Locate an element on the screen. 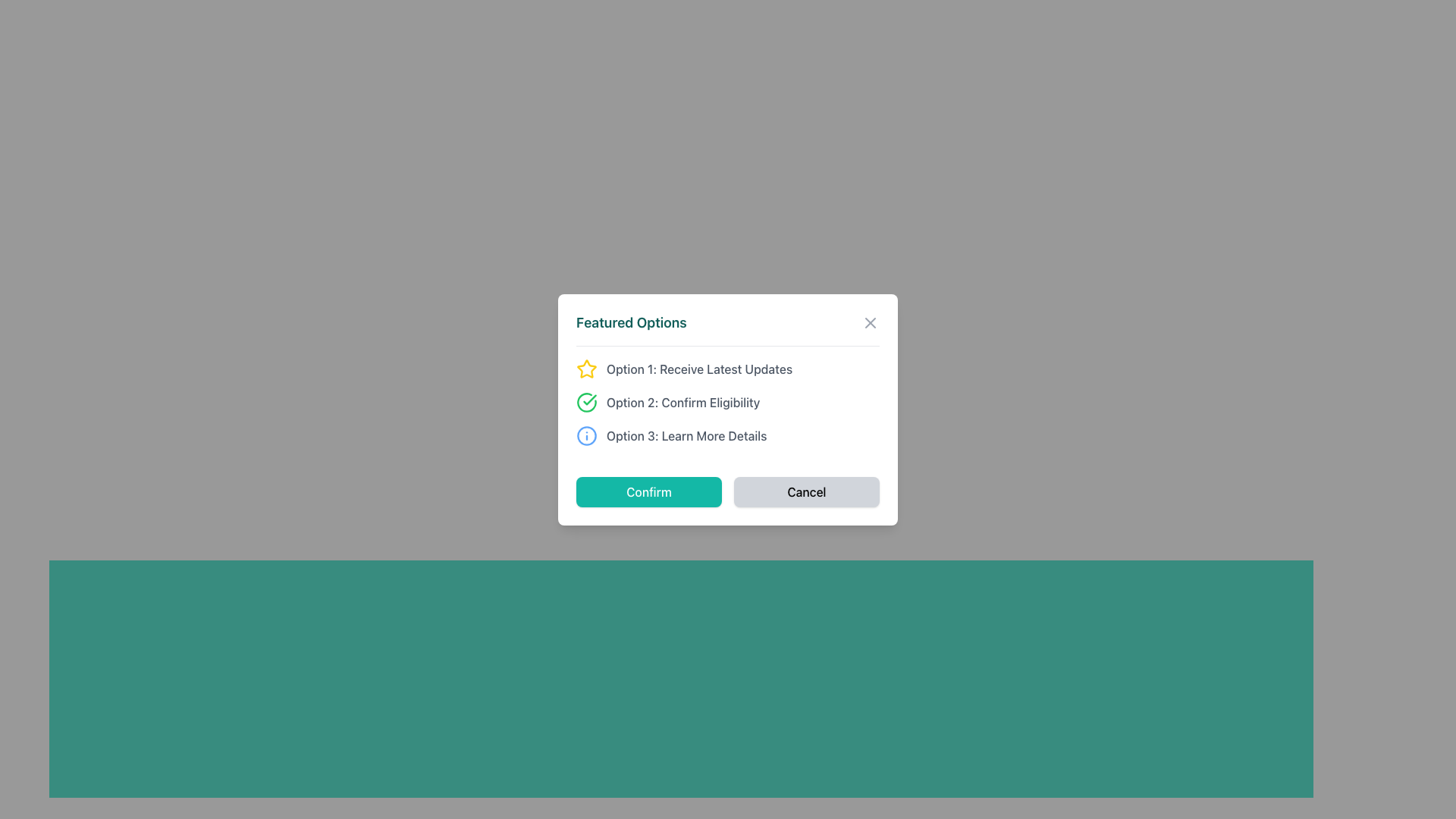  the close icon button located at the top-right corner of the modal is located at coordinates (870, 321).